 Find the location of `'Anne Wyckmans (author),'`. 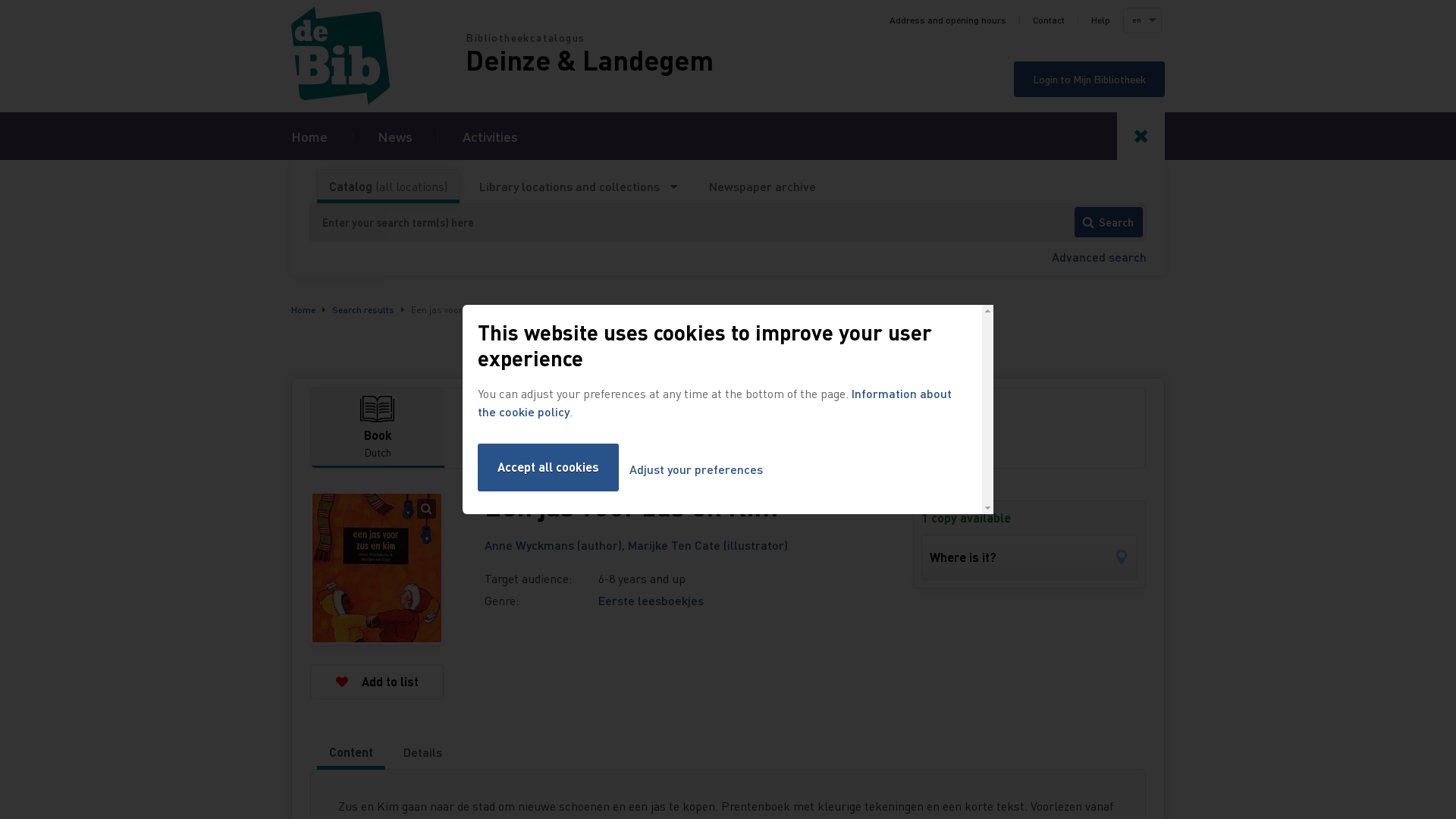

'Anne Wyckmans (author),' is located at coordinates (483, 544).